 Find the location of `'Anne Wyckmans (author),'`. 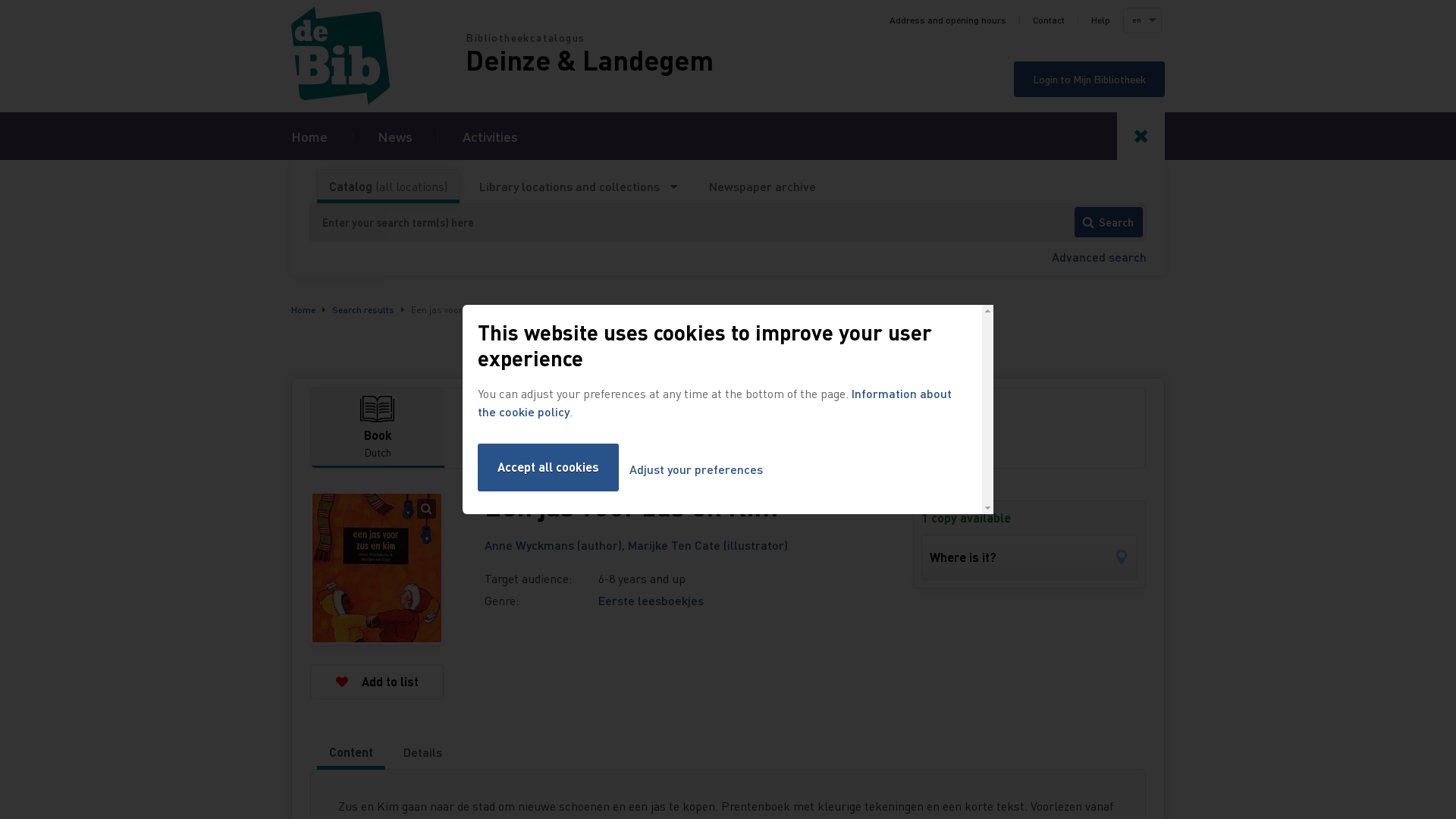

'Anne Wyckmans (author),' is located at coordinates (483, 544).